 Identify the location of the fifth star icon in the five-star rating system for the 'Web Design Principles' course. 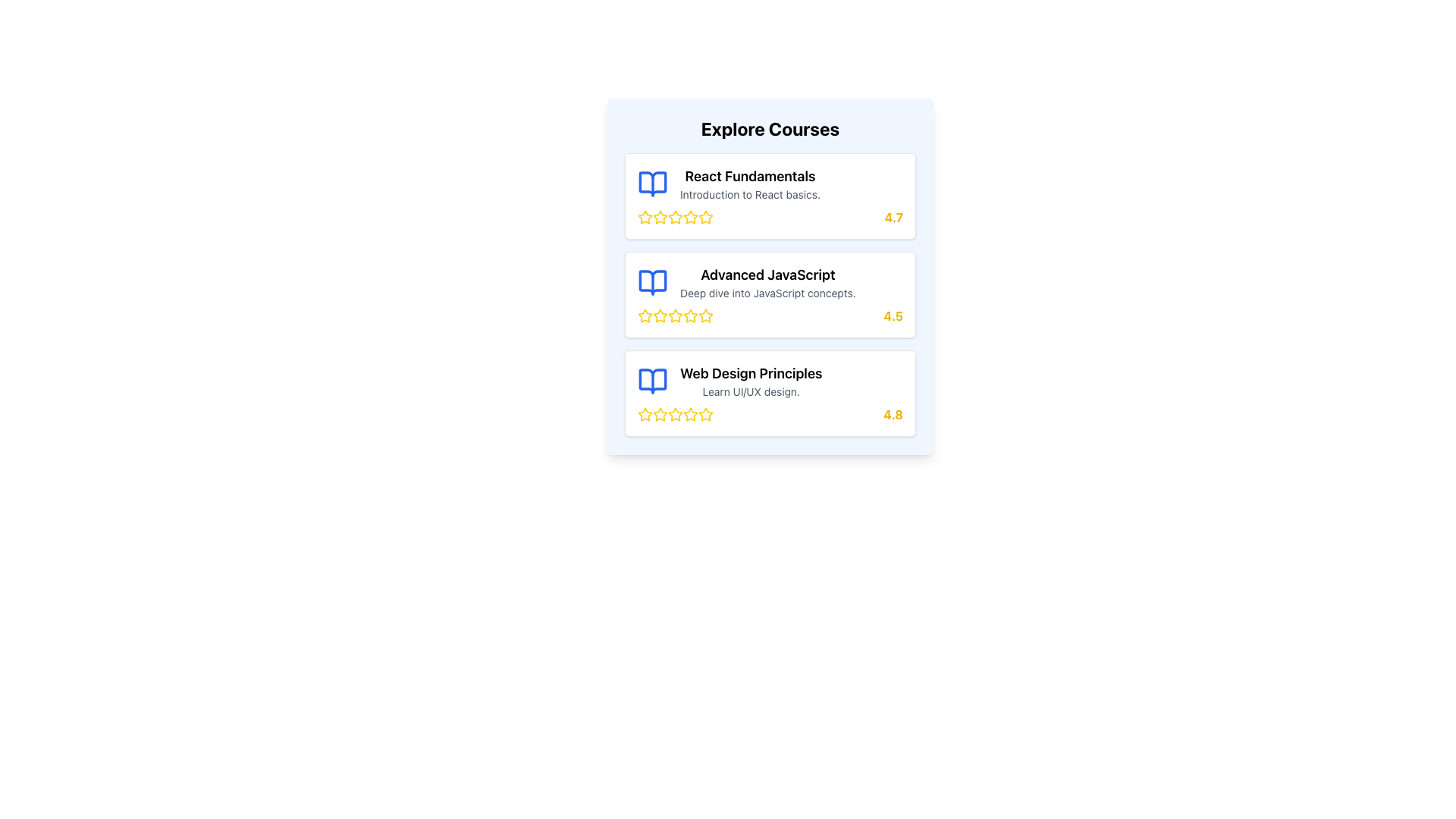
(705, 414).